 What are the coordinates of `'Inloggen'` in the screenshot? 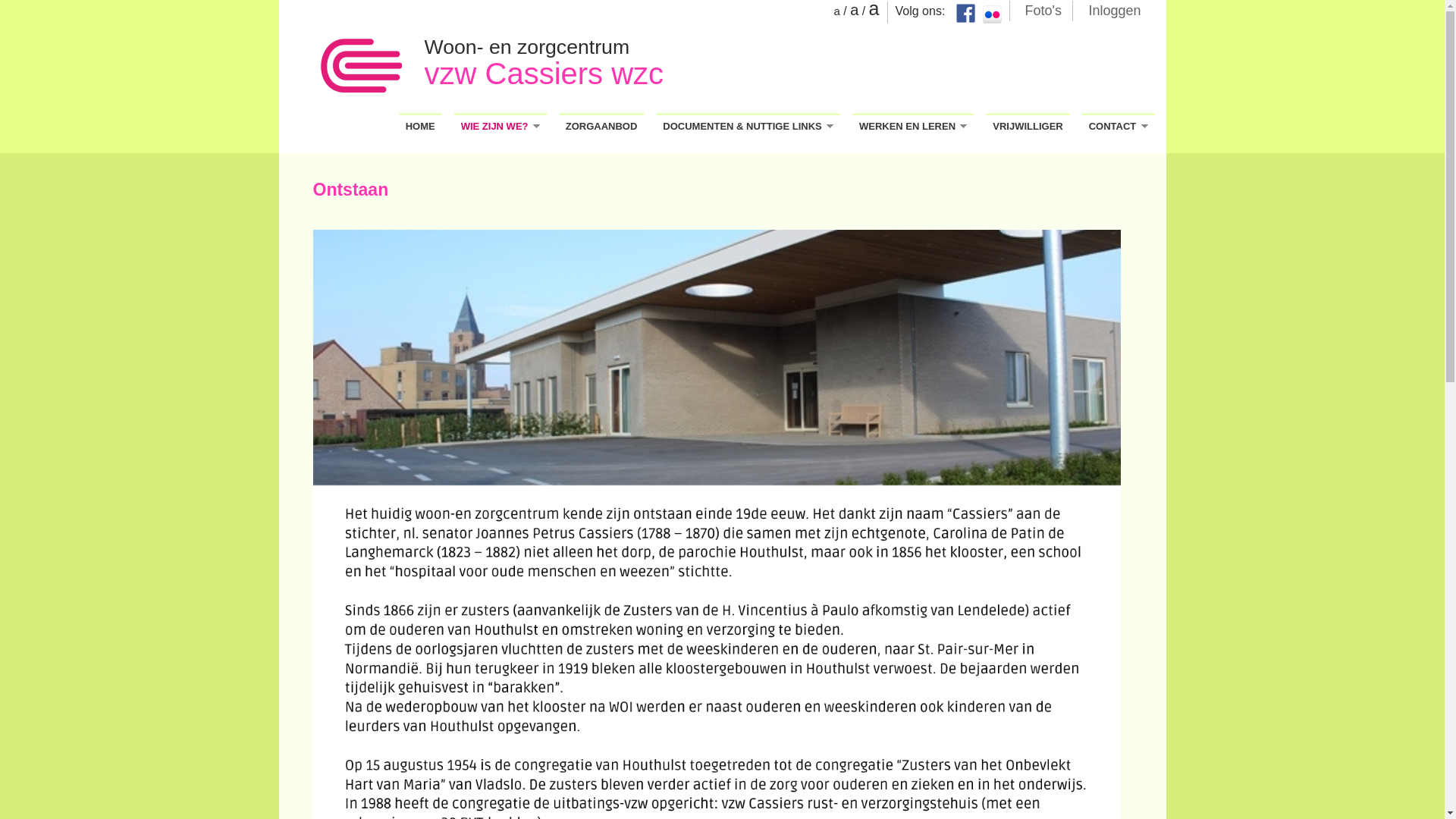 It's located at (1114, 9).